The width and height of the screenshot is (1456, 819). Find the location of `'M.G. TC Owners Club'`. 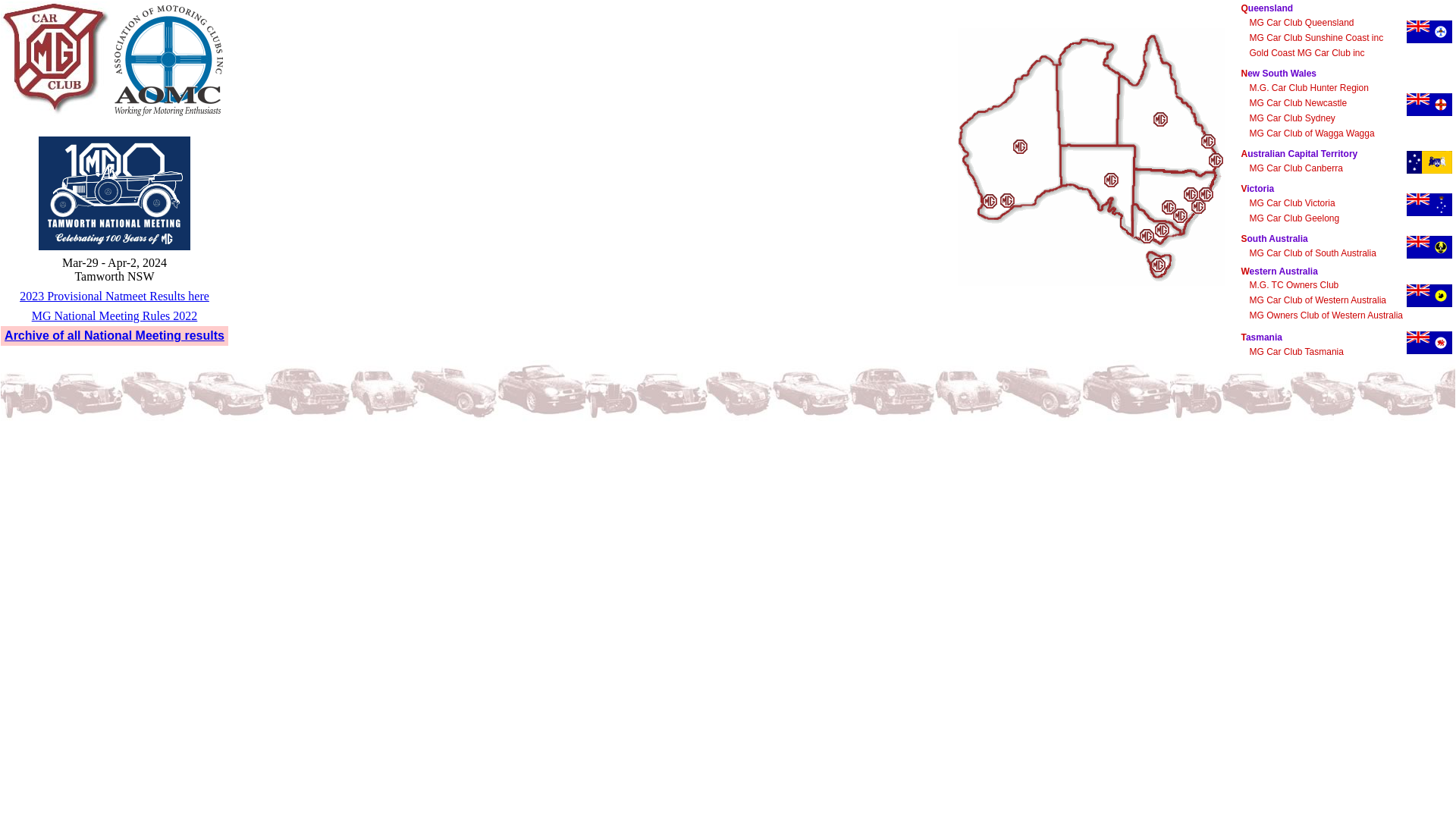

'M.G. TC Owners Club' is located at coordinates (1292, 284).